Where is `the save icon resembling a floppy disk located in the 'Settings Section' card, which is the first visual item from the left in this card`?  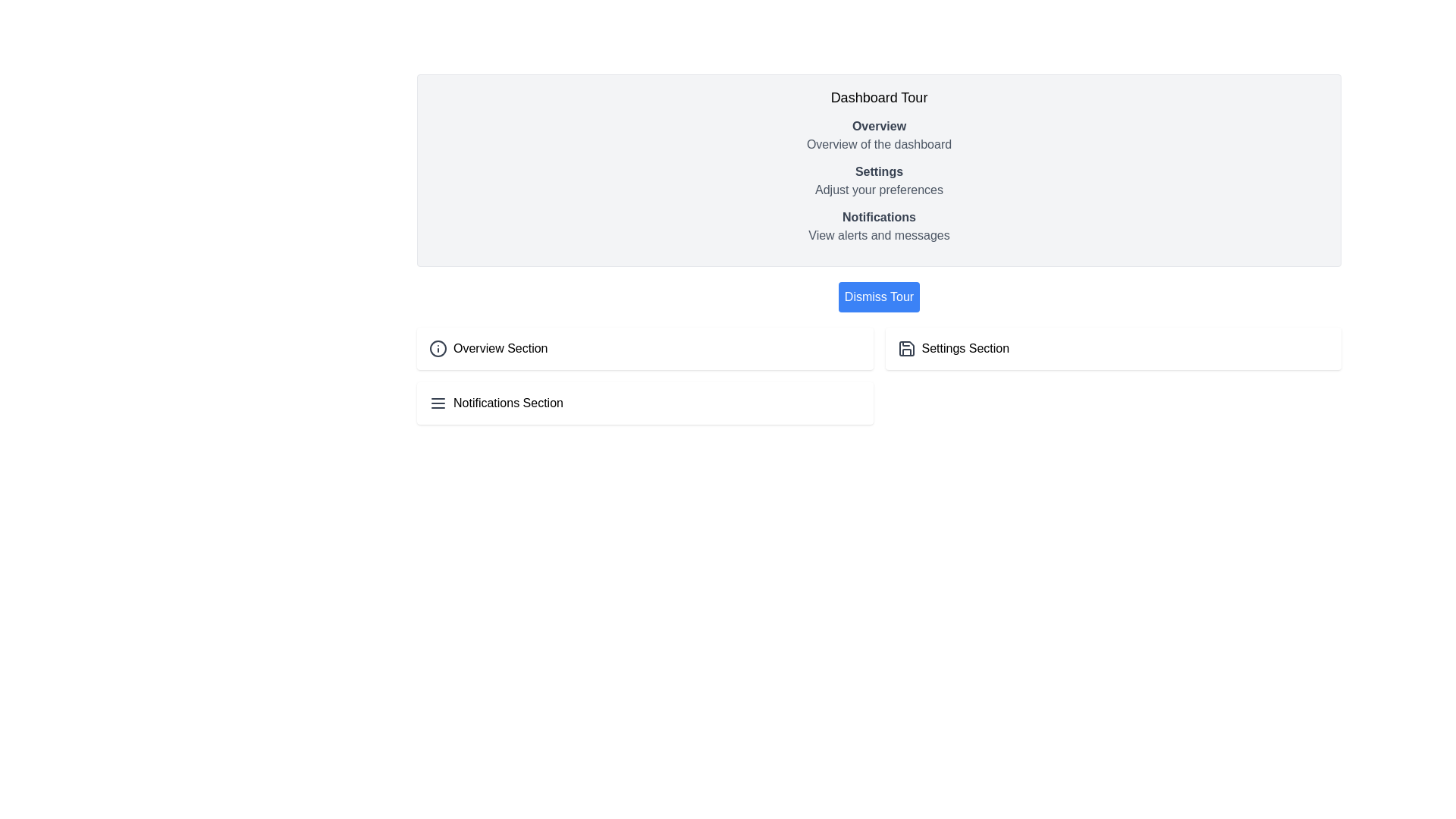
the save icon resembling a floppy disk located in the 'Settings Section' card, which is the first visual item from the left in this card is located at coordinates (906, 348).